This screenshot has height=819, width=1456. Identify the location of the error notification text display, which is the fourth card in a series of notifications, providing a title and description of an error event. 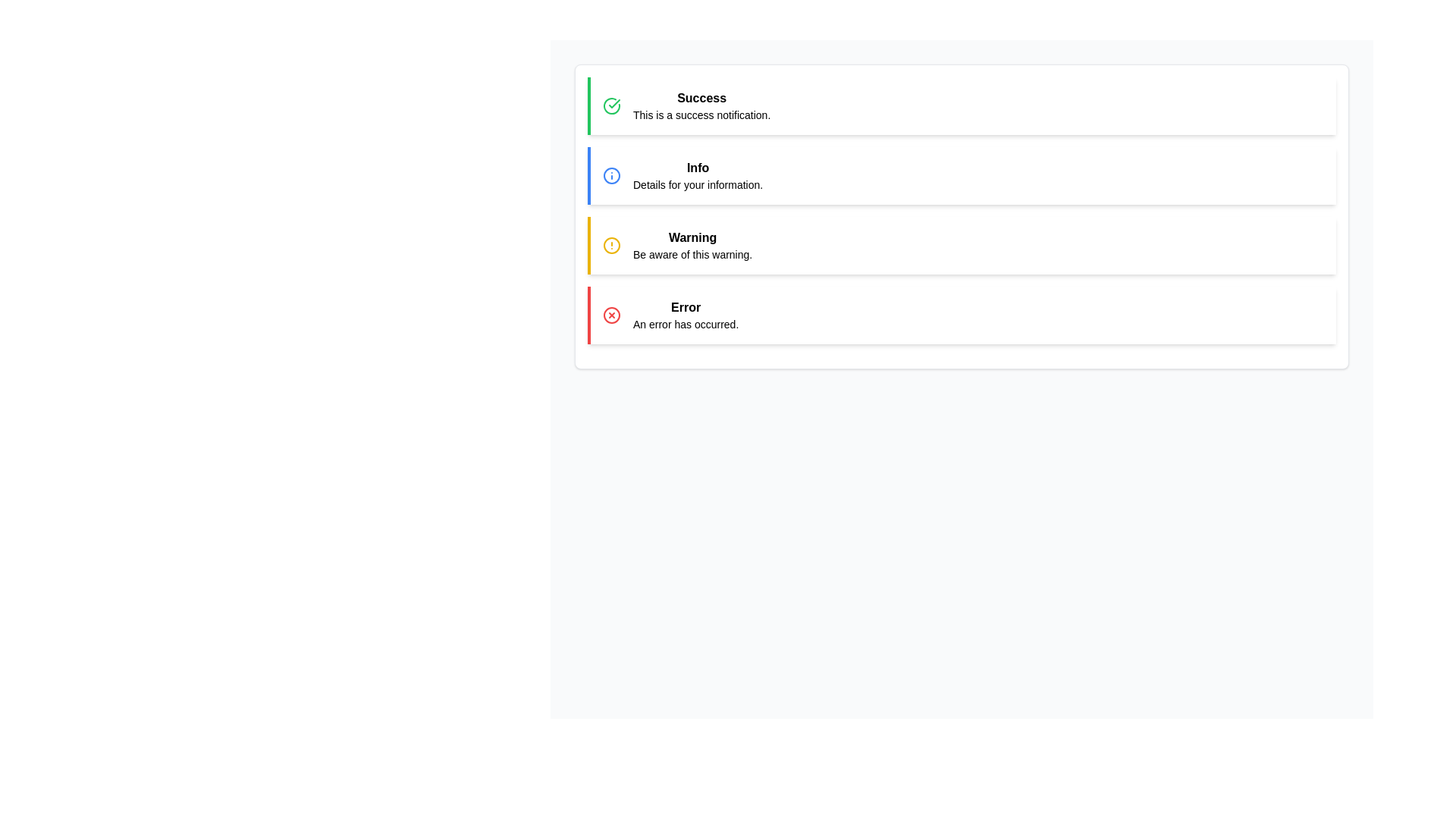
(685, 315).